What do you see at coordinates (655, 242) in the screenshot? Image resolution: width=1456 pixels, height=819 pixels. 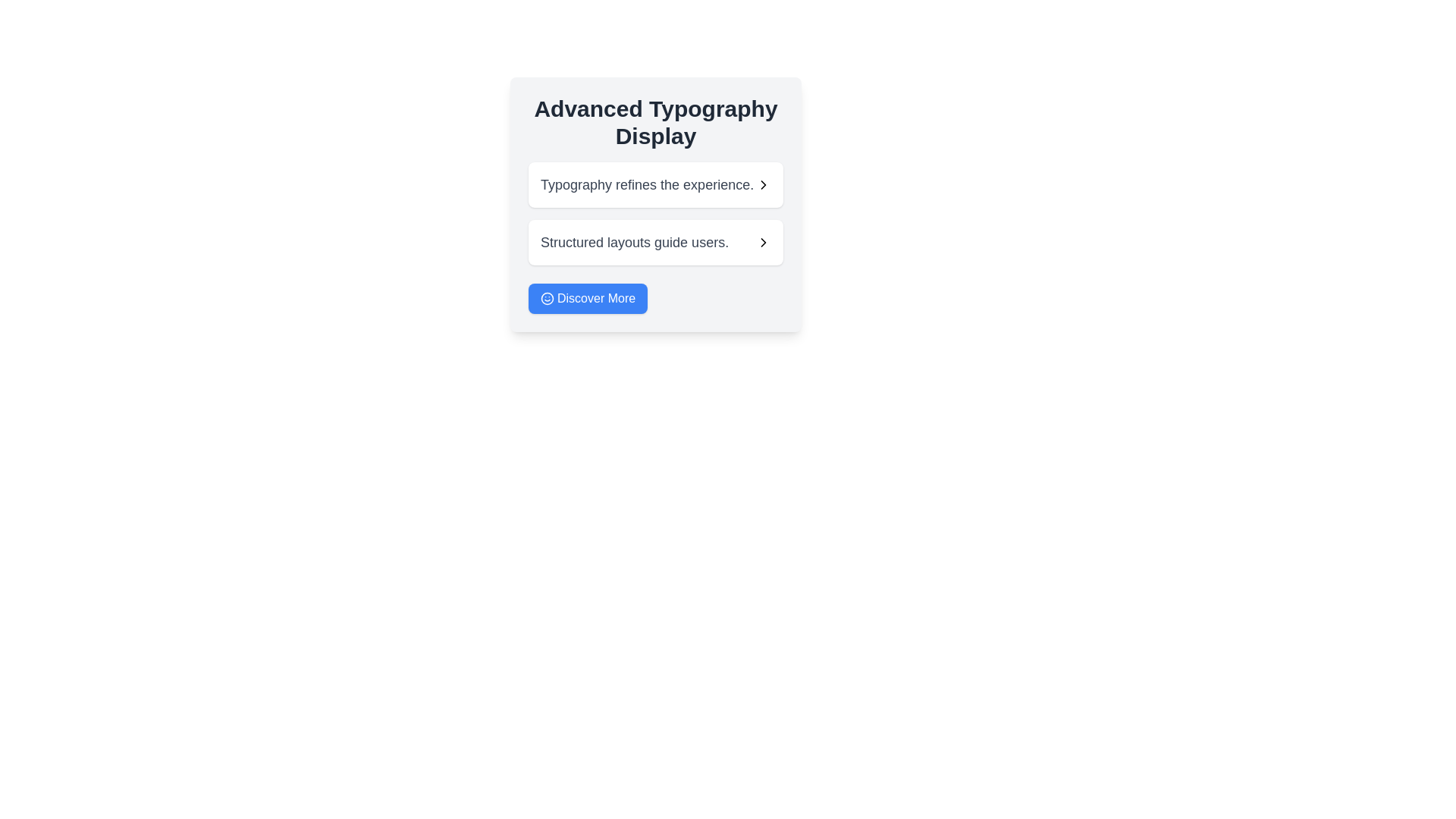 I see `the second clickable row located below the text 'Typography refines the experience.'` at bounding box center [655, 242].